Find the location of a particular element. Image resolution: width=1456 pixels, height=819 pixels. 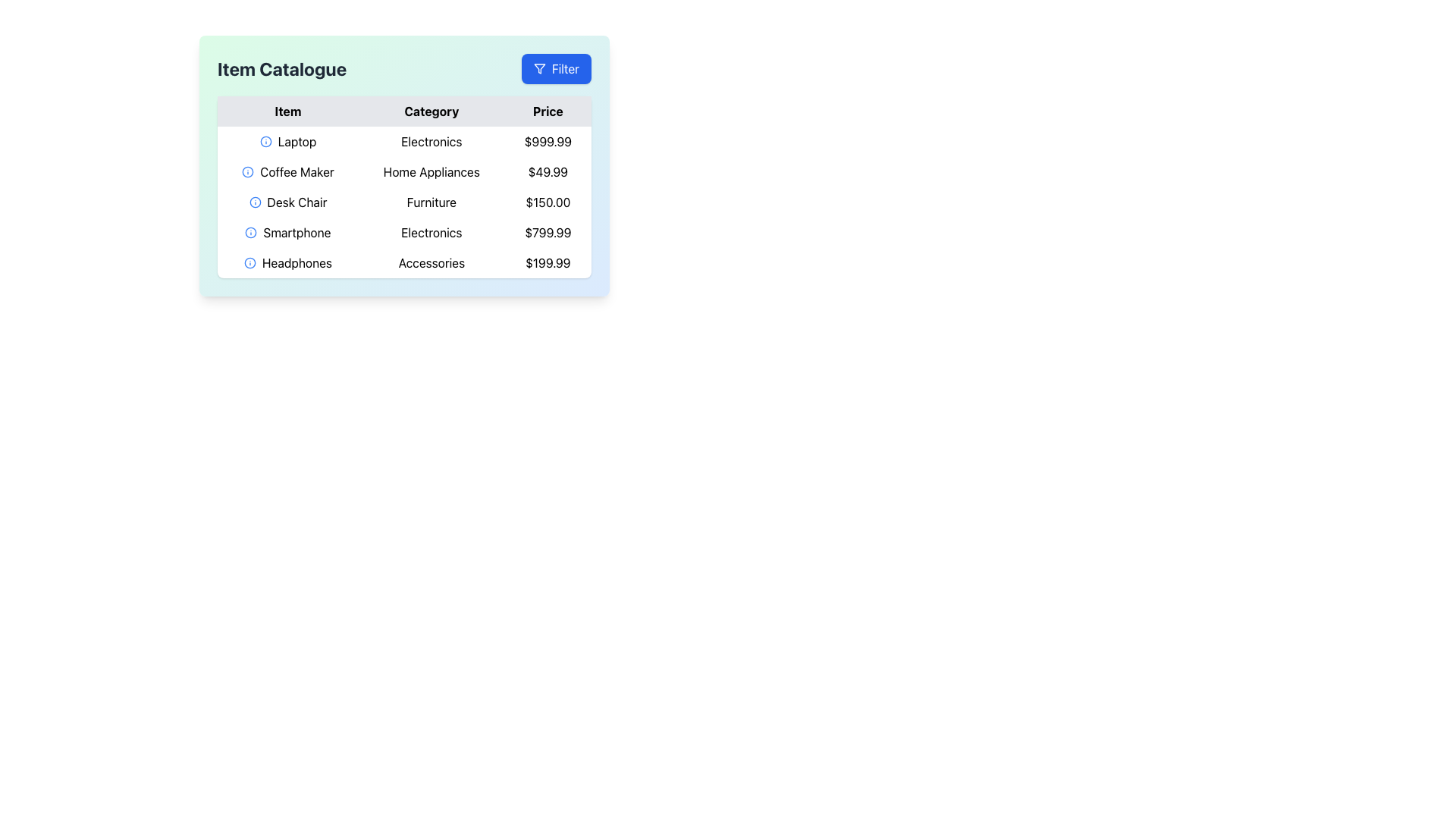

the text label that serves as a title or heading, positioned to the left of the blue-colored 'Filter' button is located at coordinates (282, 69).